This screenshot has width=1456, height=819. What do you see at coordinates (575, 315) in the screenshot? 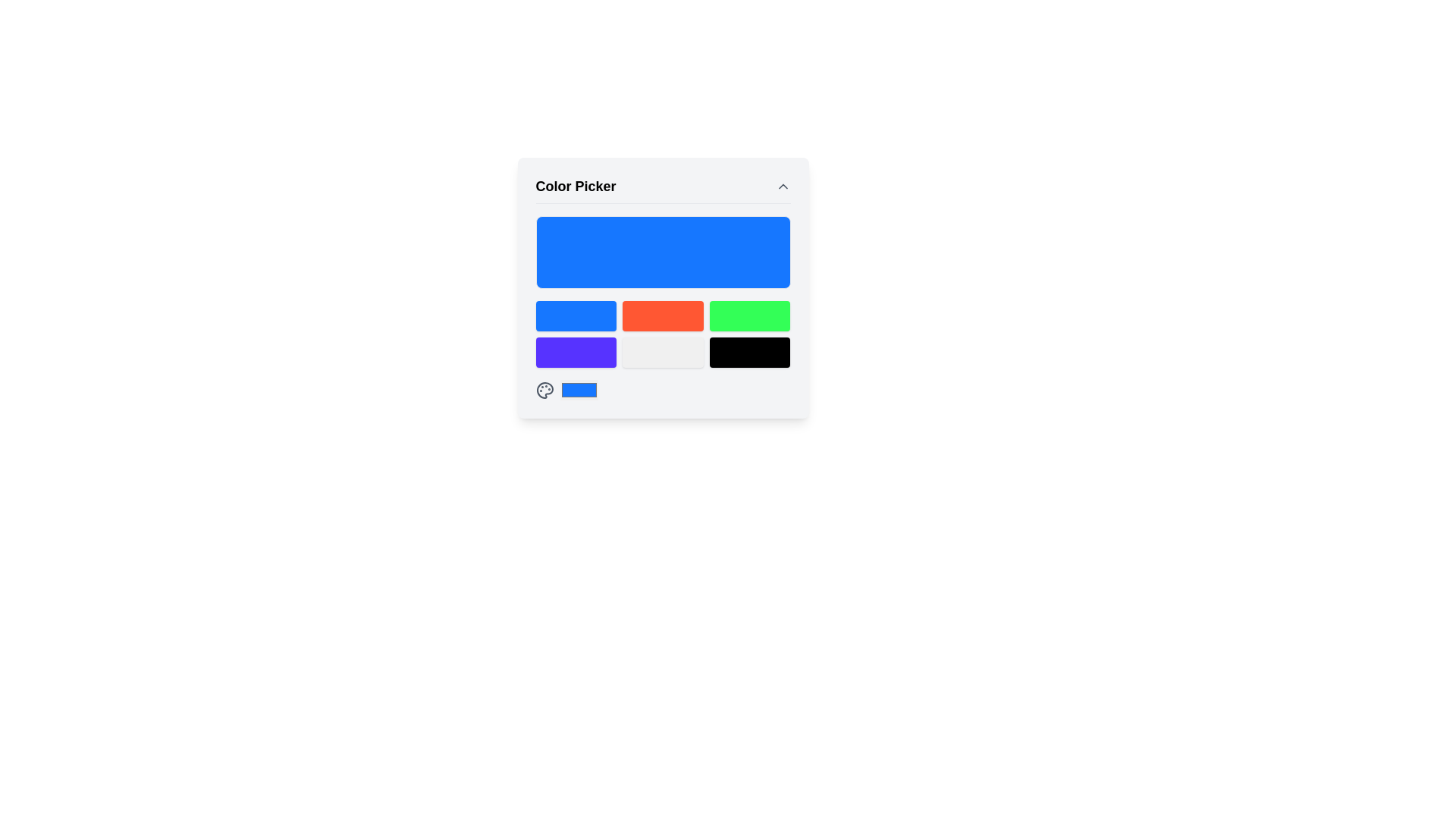
I see `the top-left button in the Color Picker grid` at bounding box center [575, 315].